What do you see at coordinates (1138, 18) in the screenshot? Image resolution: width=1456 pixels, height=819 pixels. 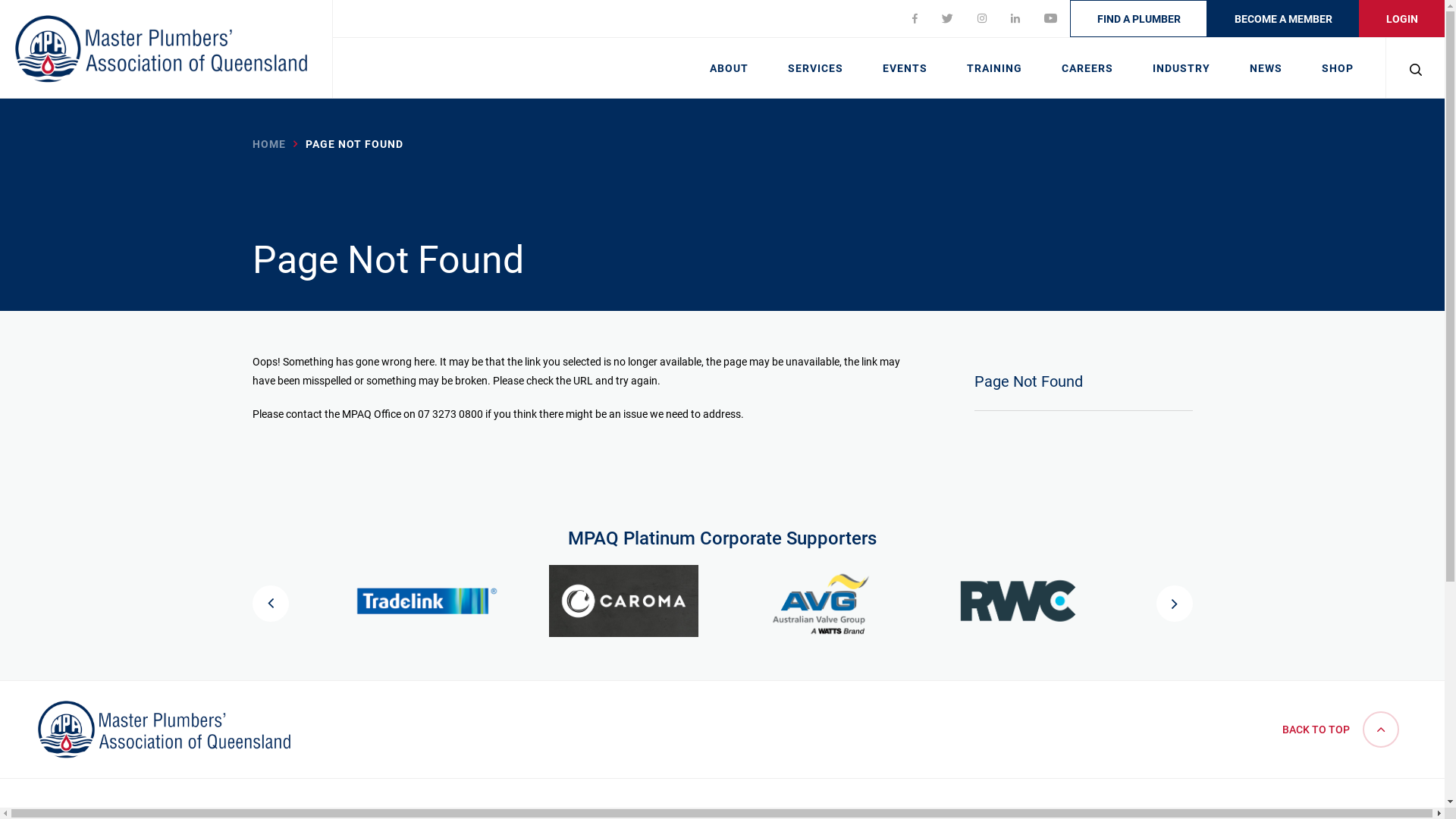 I see `'FIND A PLUMBER'` at bounding box center [1138, 18].